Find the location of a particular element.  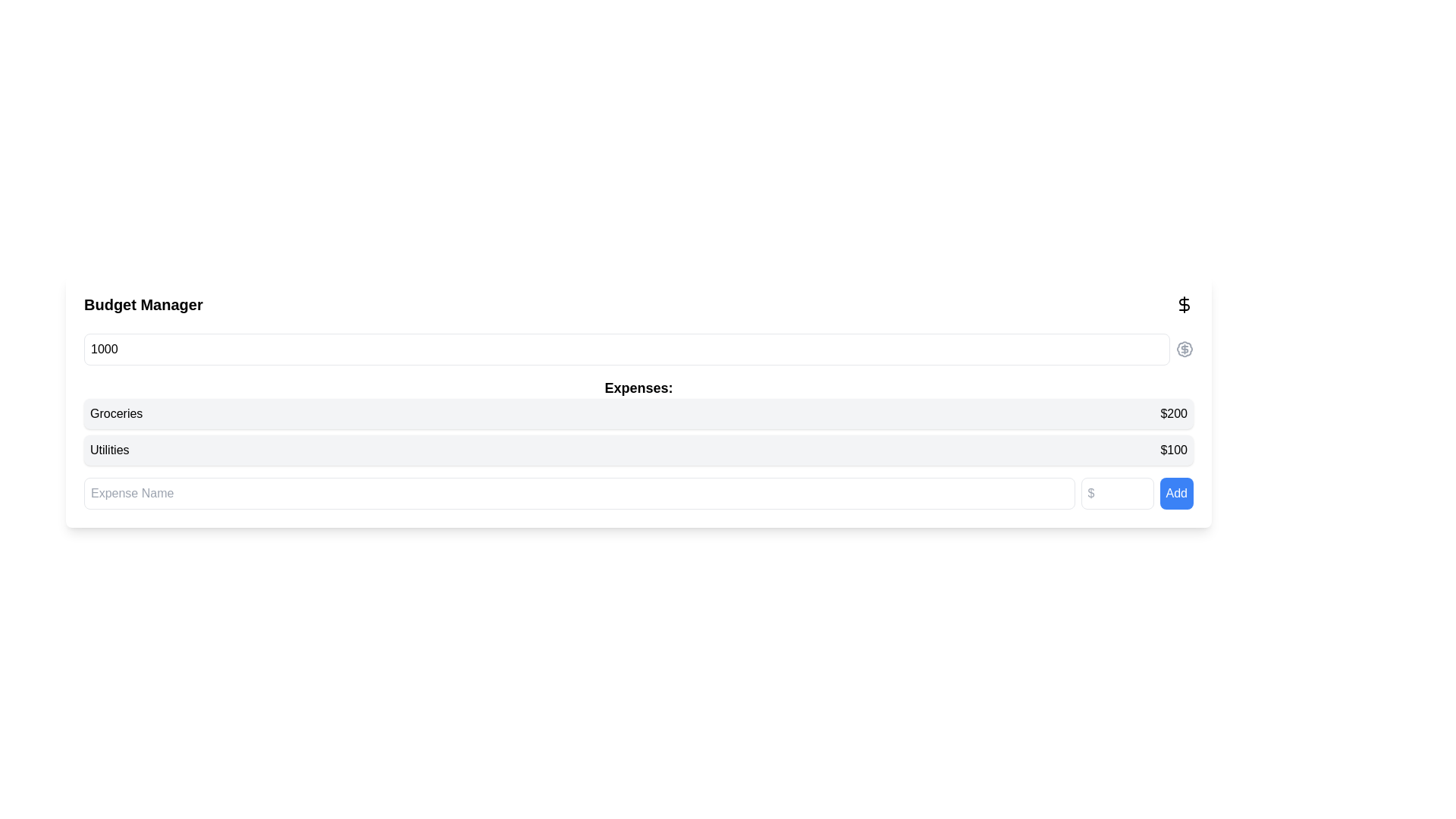

the 'Add' button is located at coordinates (1175, 494).